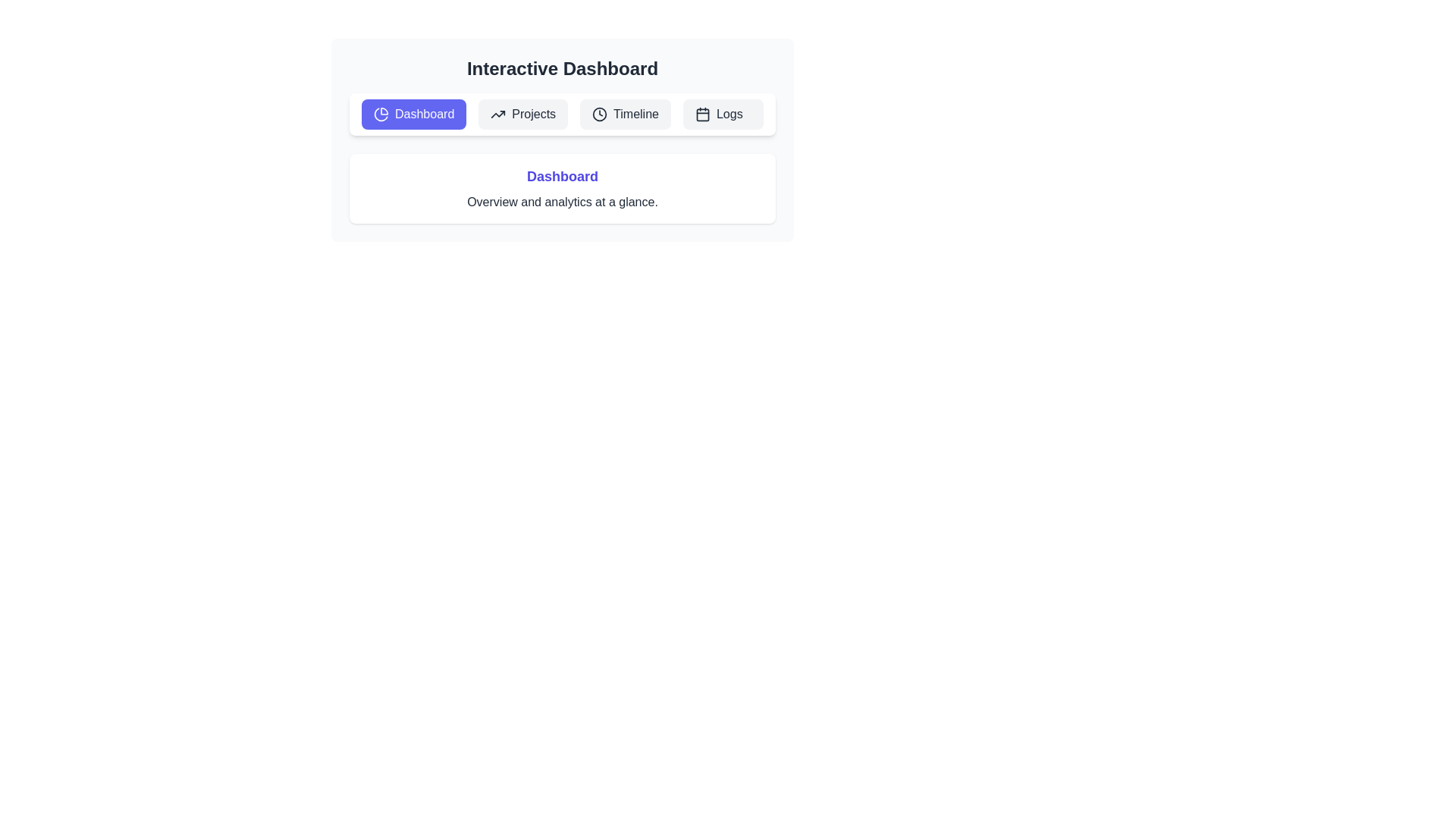 The width and height of the screenshot is (1456, 819). I want to click on the Icon that symbolizes trends or growth located within the 'Projects' navigation button, positioned to the left of the text 'Projects', so click(498, 113).